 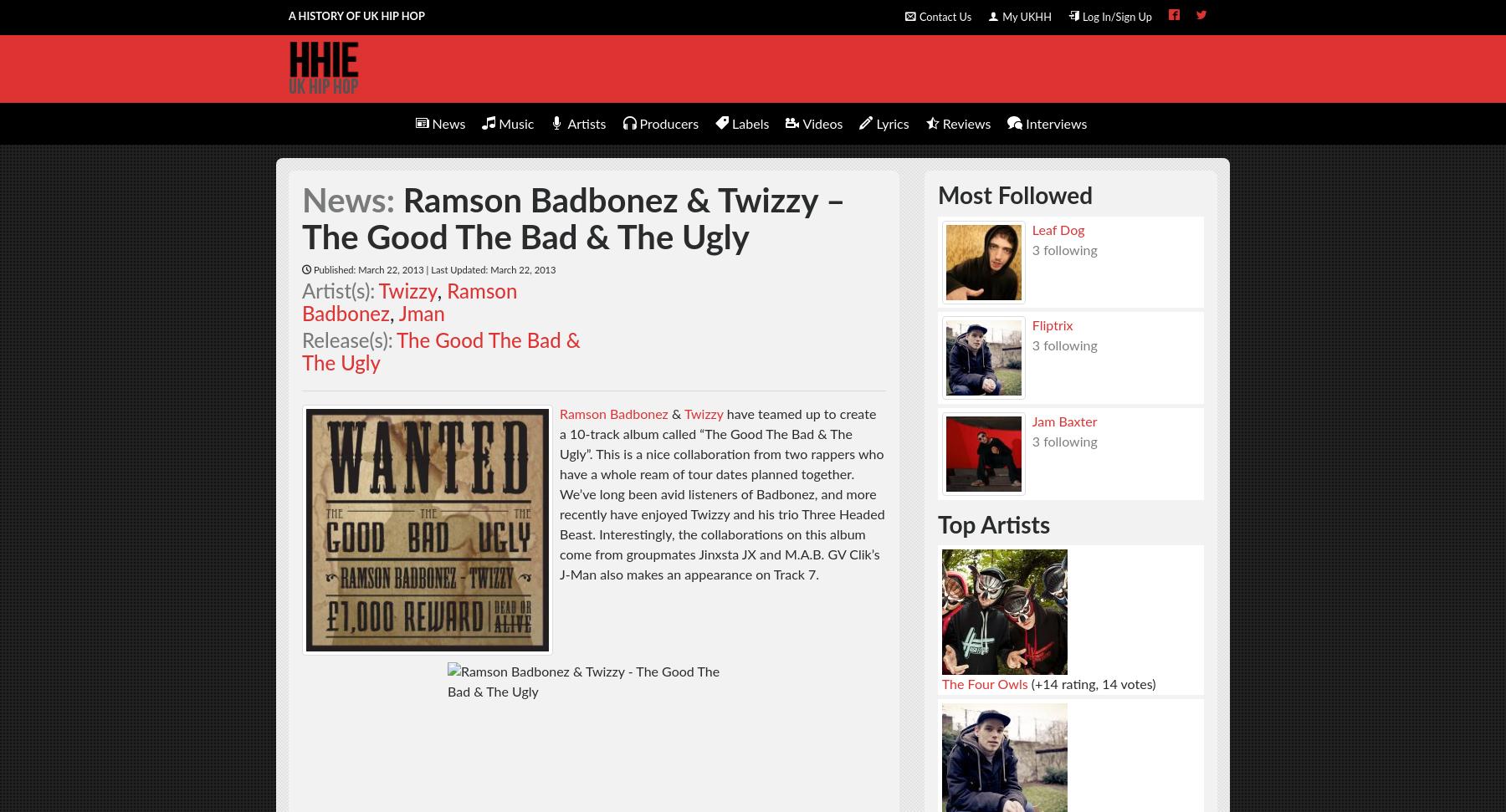 I want to click on 'Videos', so click(x=821, y=123).